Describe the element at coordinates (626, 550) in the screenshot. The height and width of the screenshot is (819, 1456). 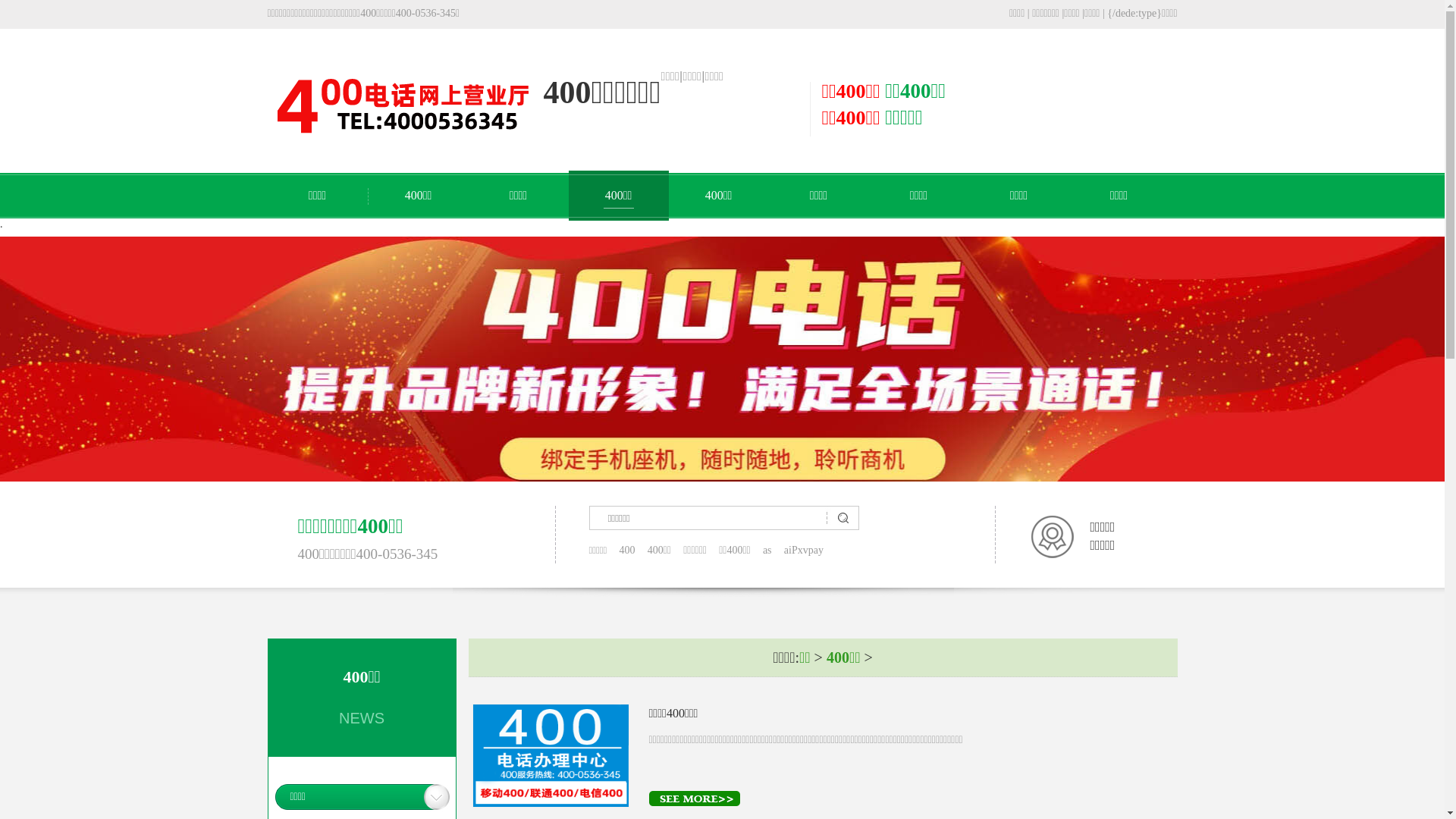
I see `'400'` at that location.